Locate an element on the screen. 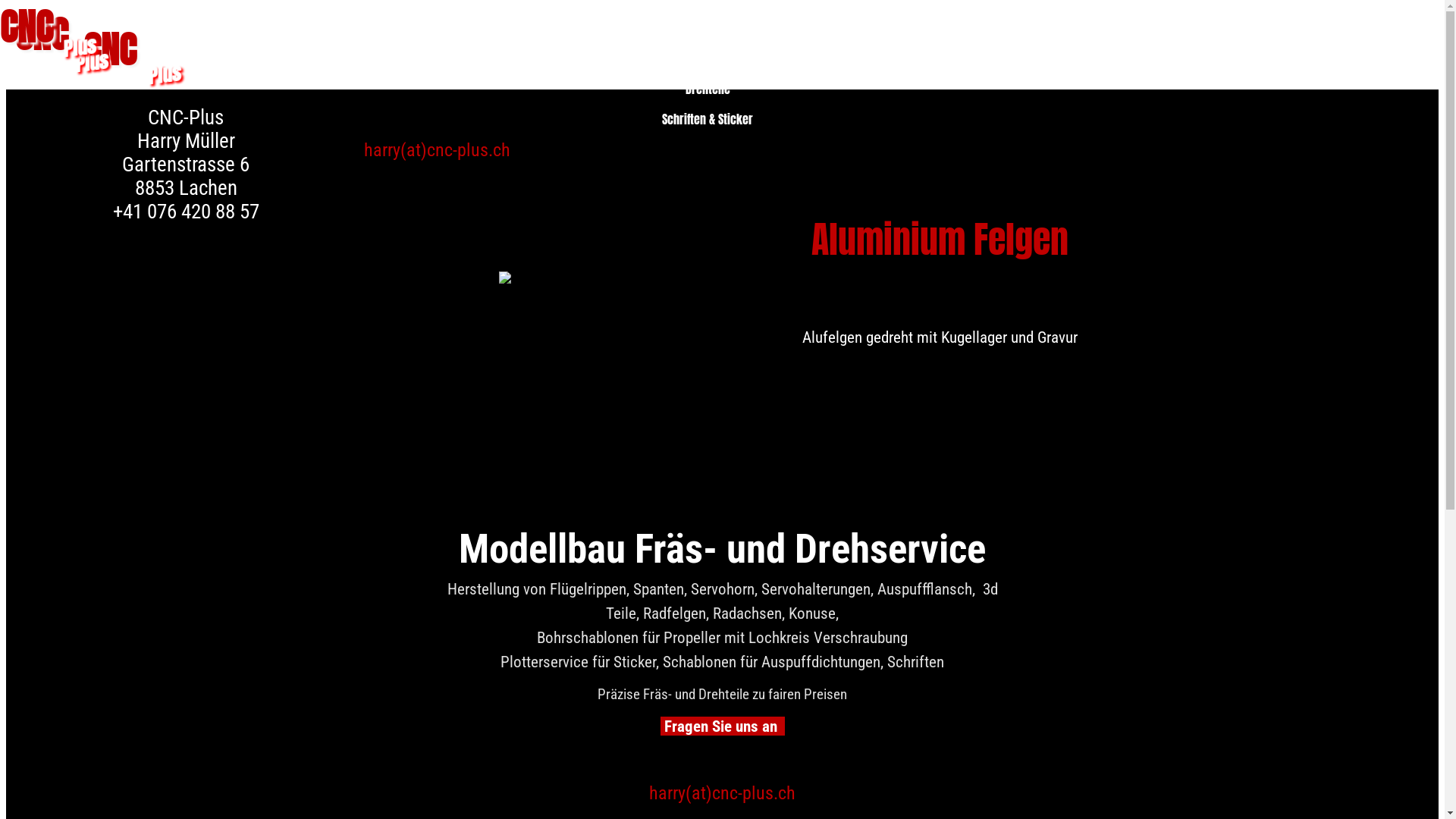 The height and width of the screenshot is (819, 1456). 'harry(at)cnc-plus.ch' is located at coordinates (648, 792).